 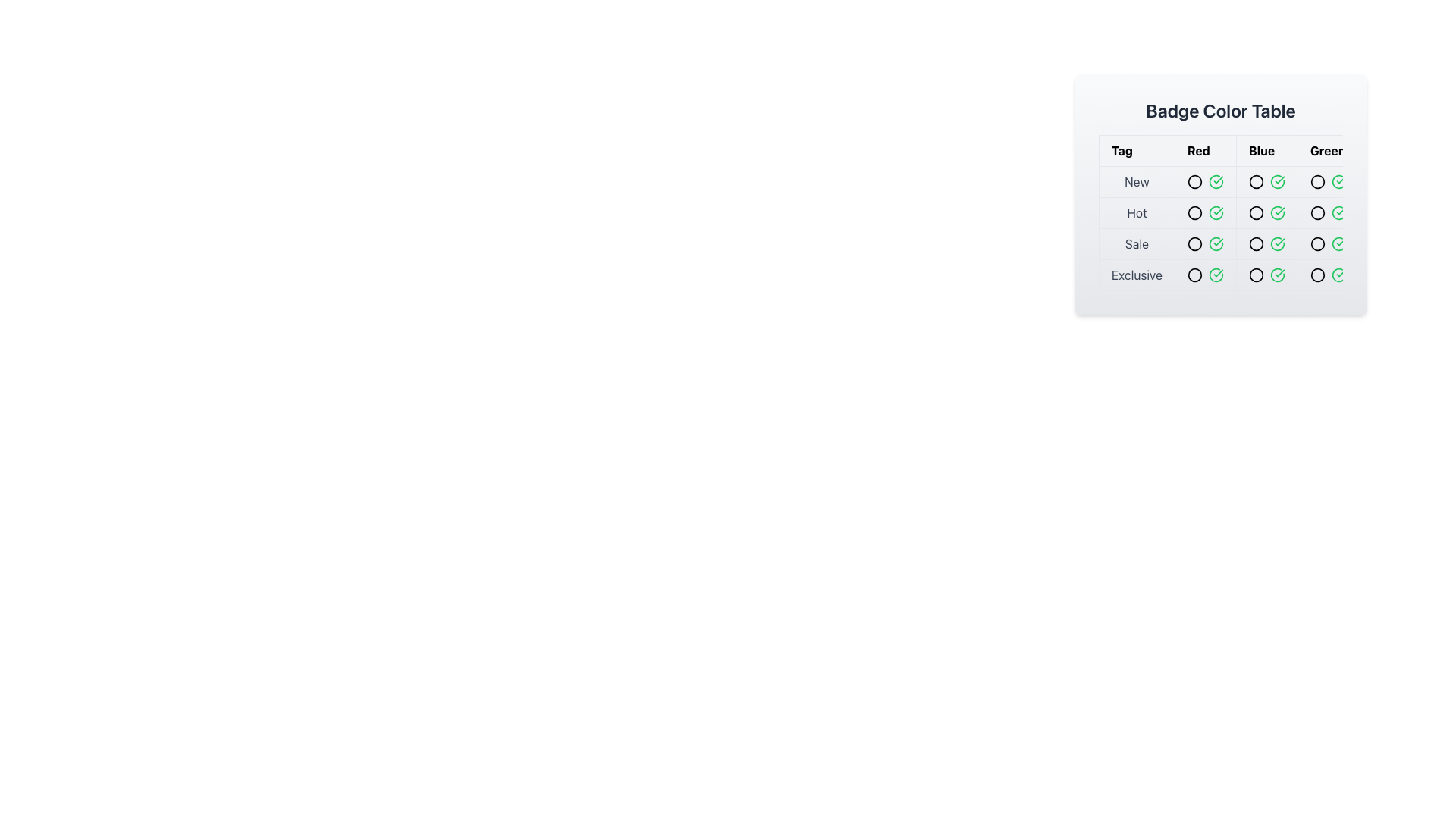 What do you see at coordinates (1216, 275) in the screenshot?
I see `the circular green outlined icon with a checkmark inside, located in the last row under the 'Green' column in the table` at bounding box center [1216, 275].